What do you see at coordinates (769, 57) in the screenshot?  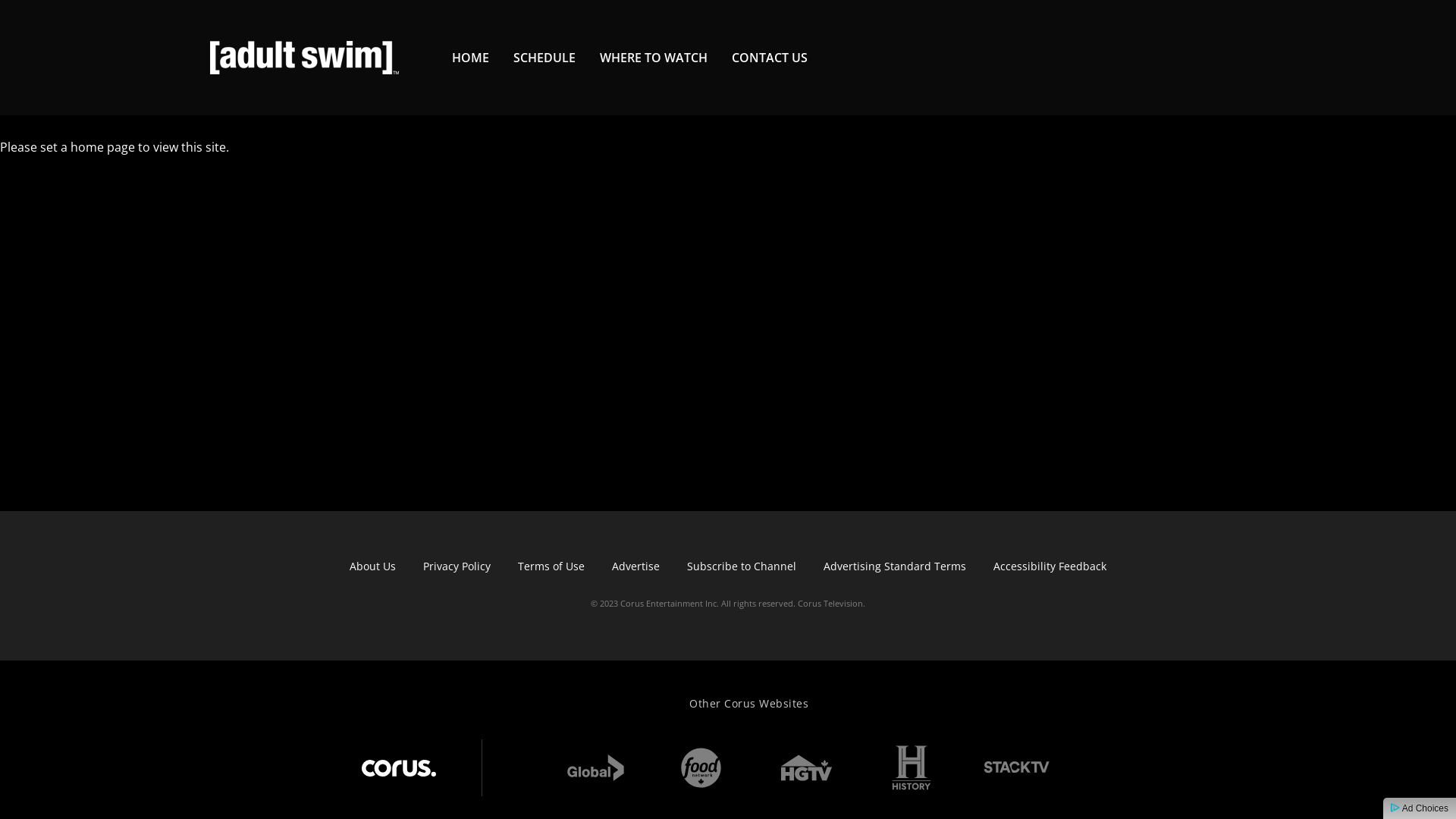 I see `'CONTACT US'` at bounding box center [769, 57].